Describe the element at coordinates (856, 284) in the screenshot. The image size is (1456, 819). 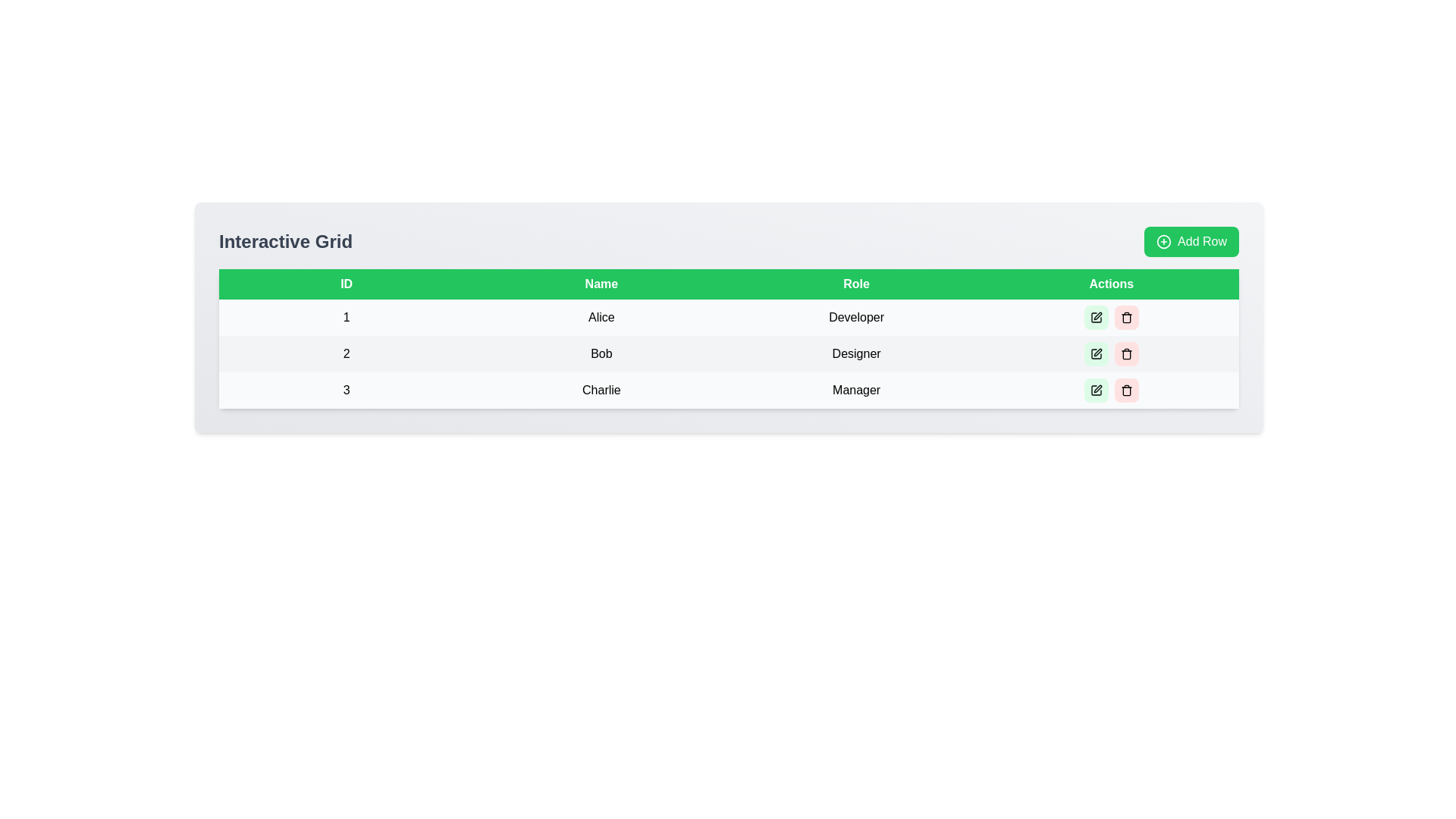
I see `the purpose of the 'Role' column` at that location.